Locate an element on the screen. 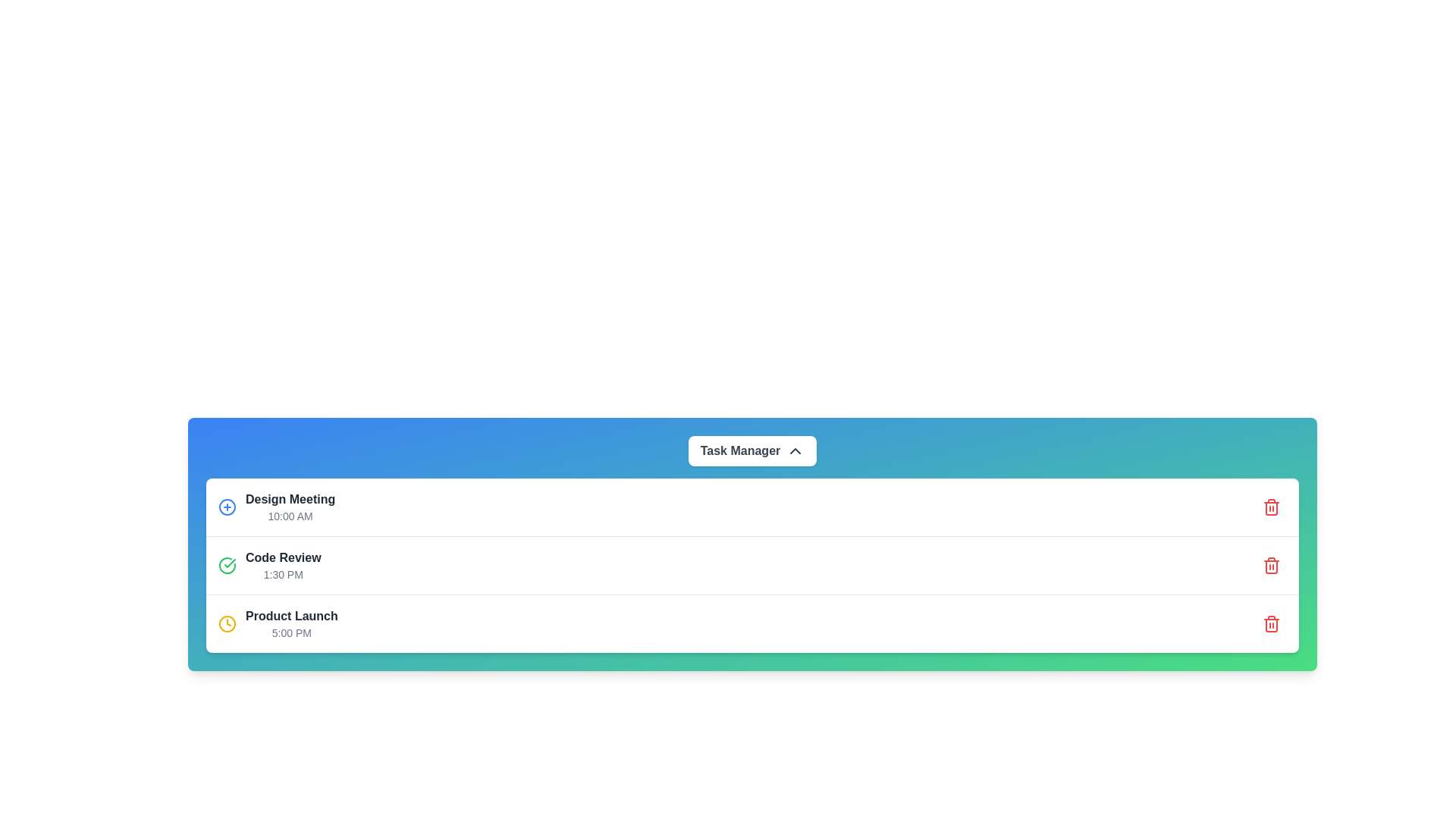  the circular red button with a trash bin icon located to the right of the 'Code Review' entry is located at coordinates (1271, 565).